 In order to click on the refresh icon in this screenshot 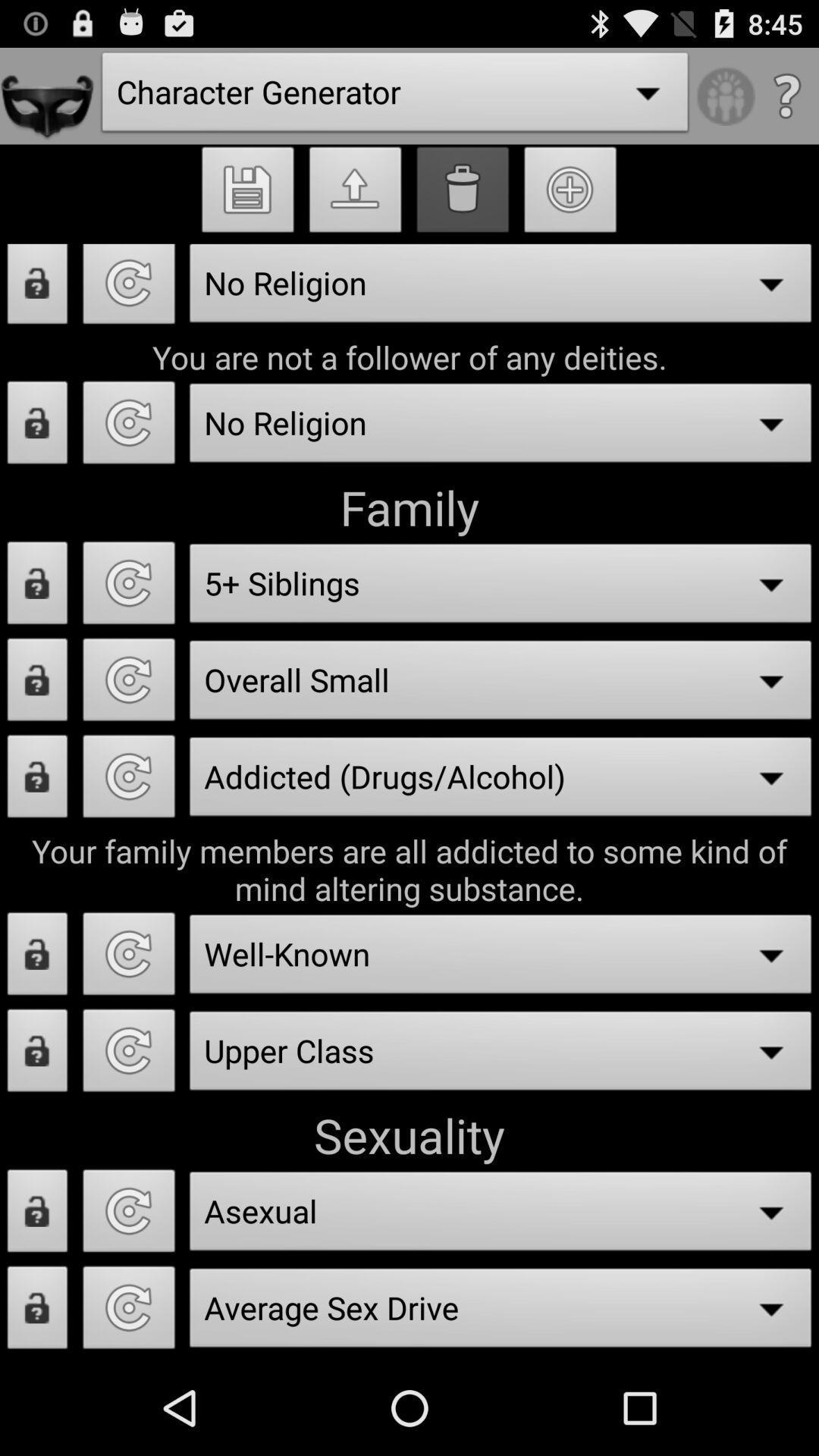, I will do `click(128, 835)`.